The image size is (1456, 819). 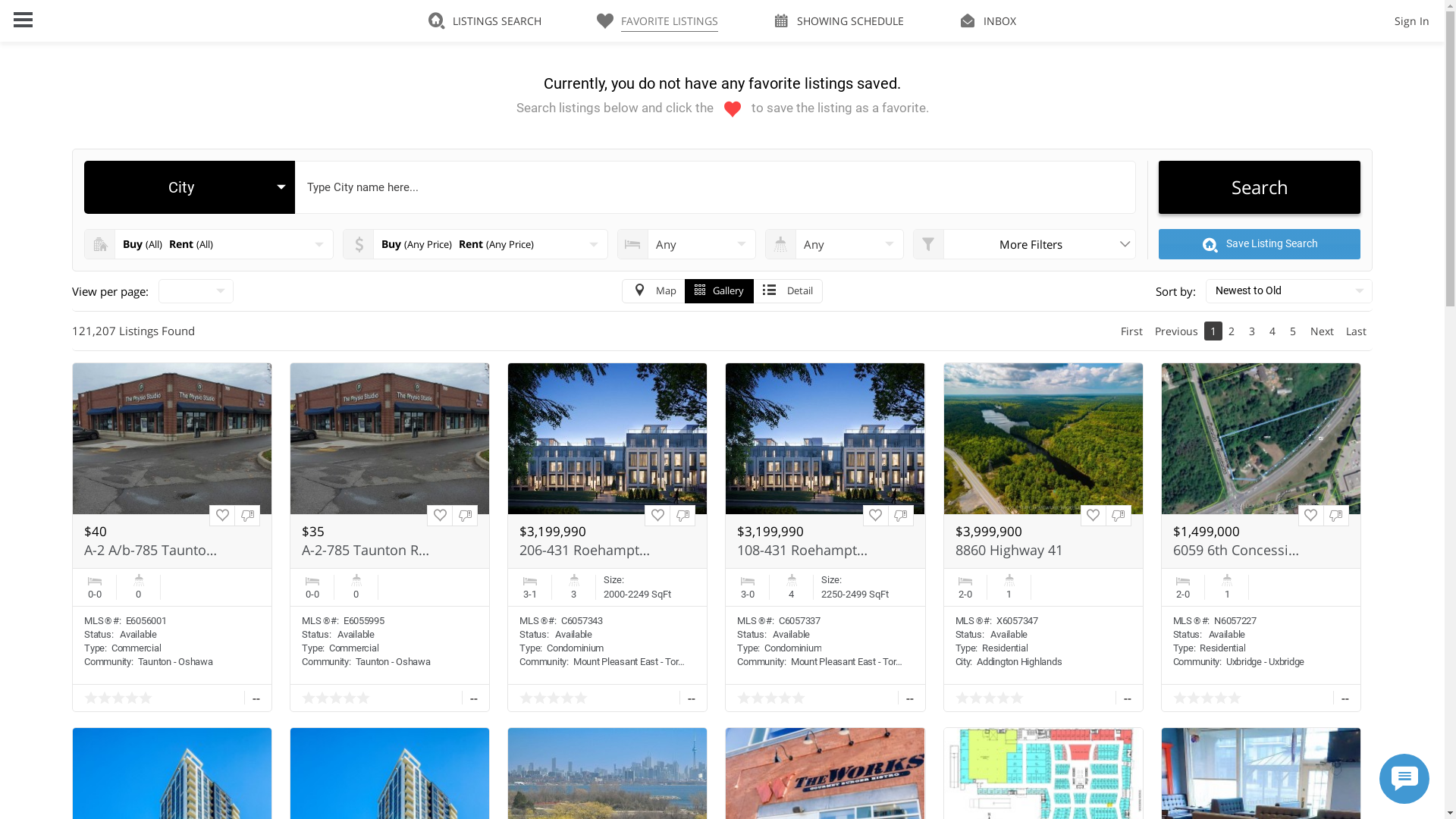 I want to click on '8860 Highway 41', so click(x=1022, y=550).